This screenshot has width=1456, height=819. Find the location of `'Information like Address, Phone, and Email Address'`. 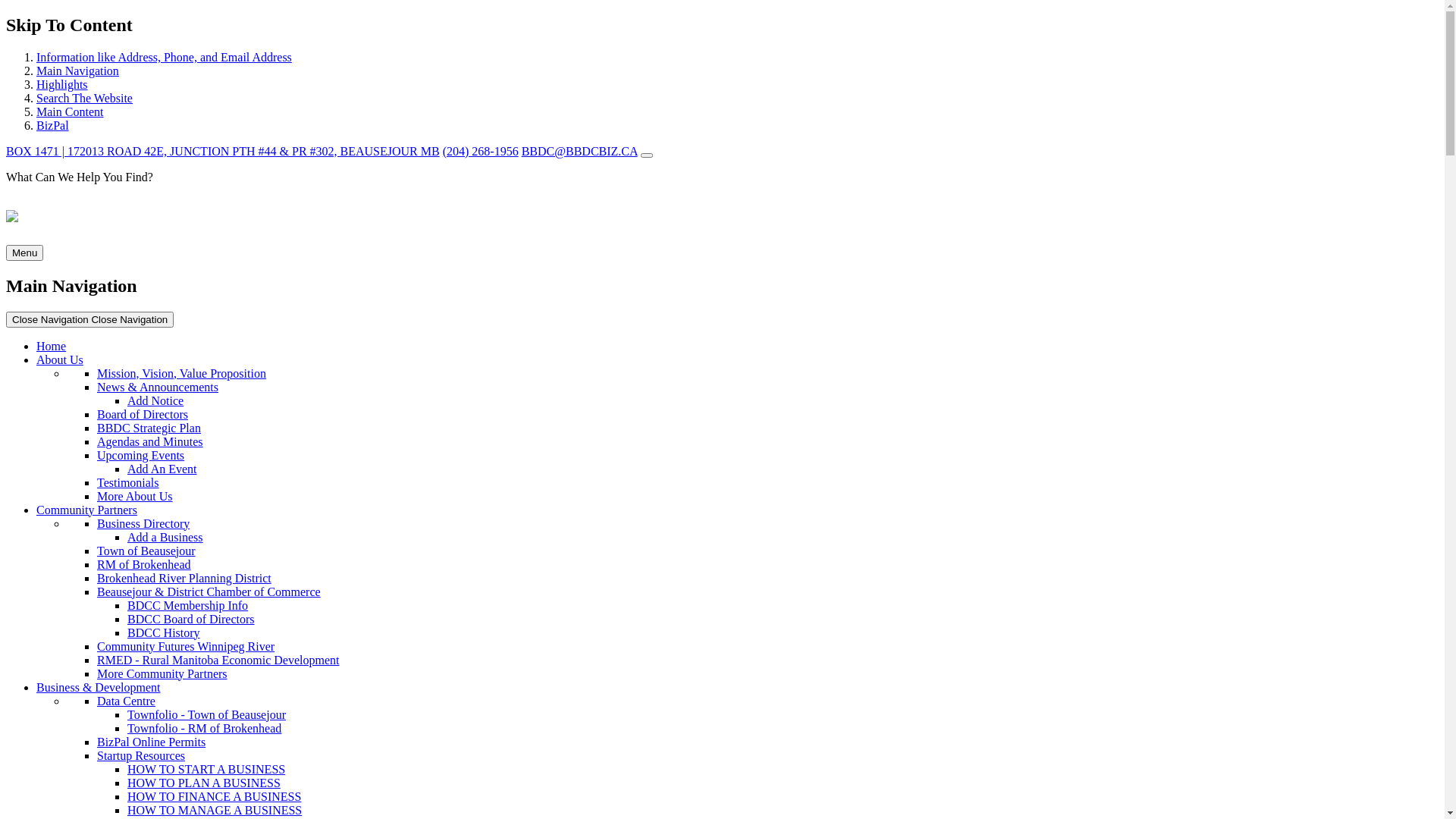

'Information like Address, Phone, and Email Address' is located at coordinates (164, 56).